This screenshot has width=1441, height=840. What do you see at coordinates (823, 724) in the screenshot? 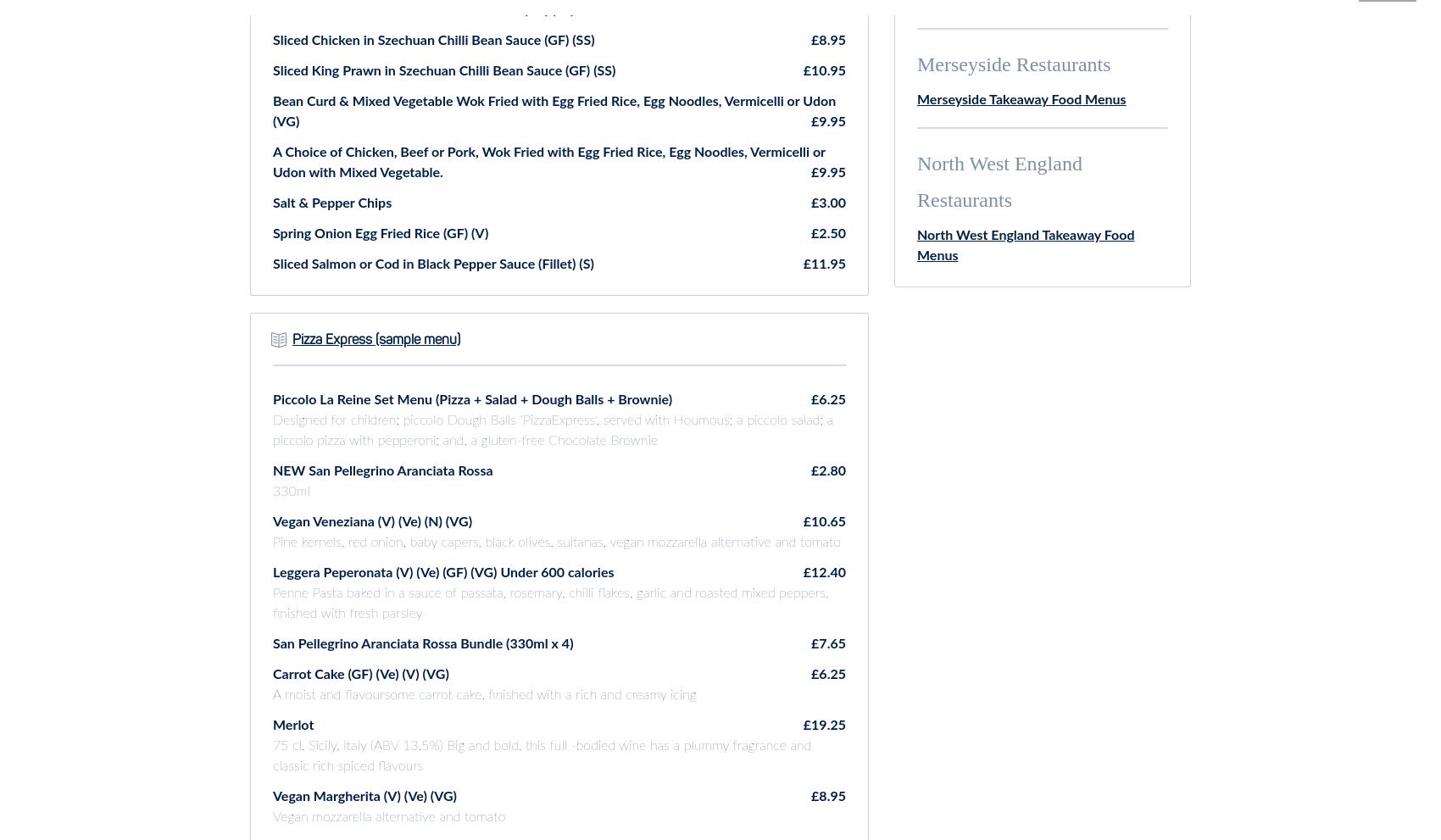
I see `'£19.25'` at bounding box center [823, 724].